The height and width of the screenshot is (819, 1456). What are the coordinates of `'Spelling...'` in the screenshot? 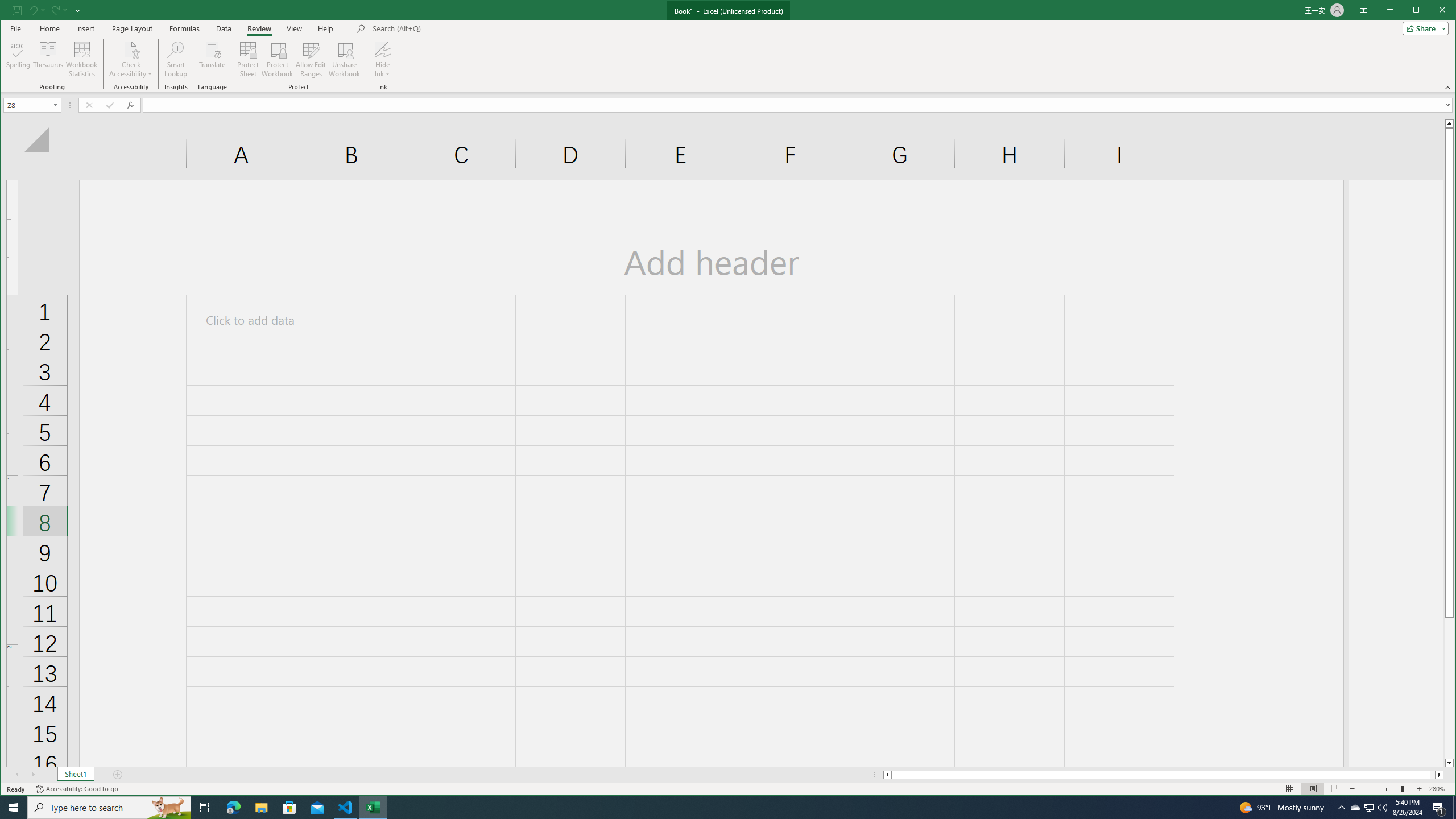 It's located at (18, 59).